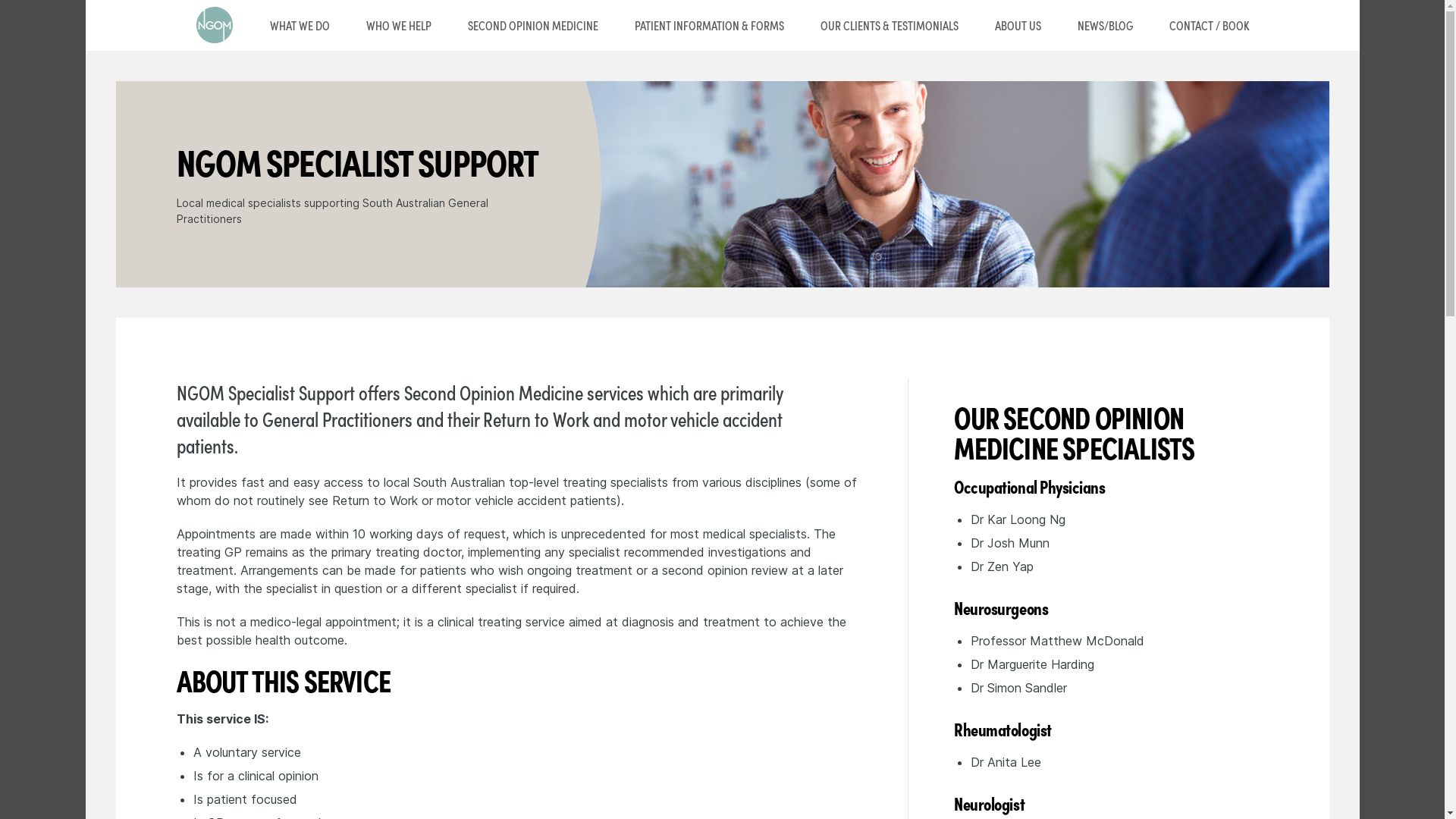  I want to click on 'WHO WE HELP', so click(397, 25).